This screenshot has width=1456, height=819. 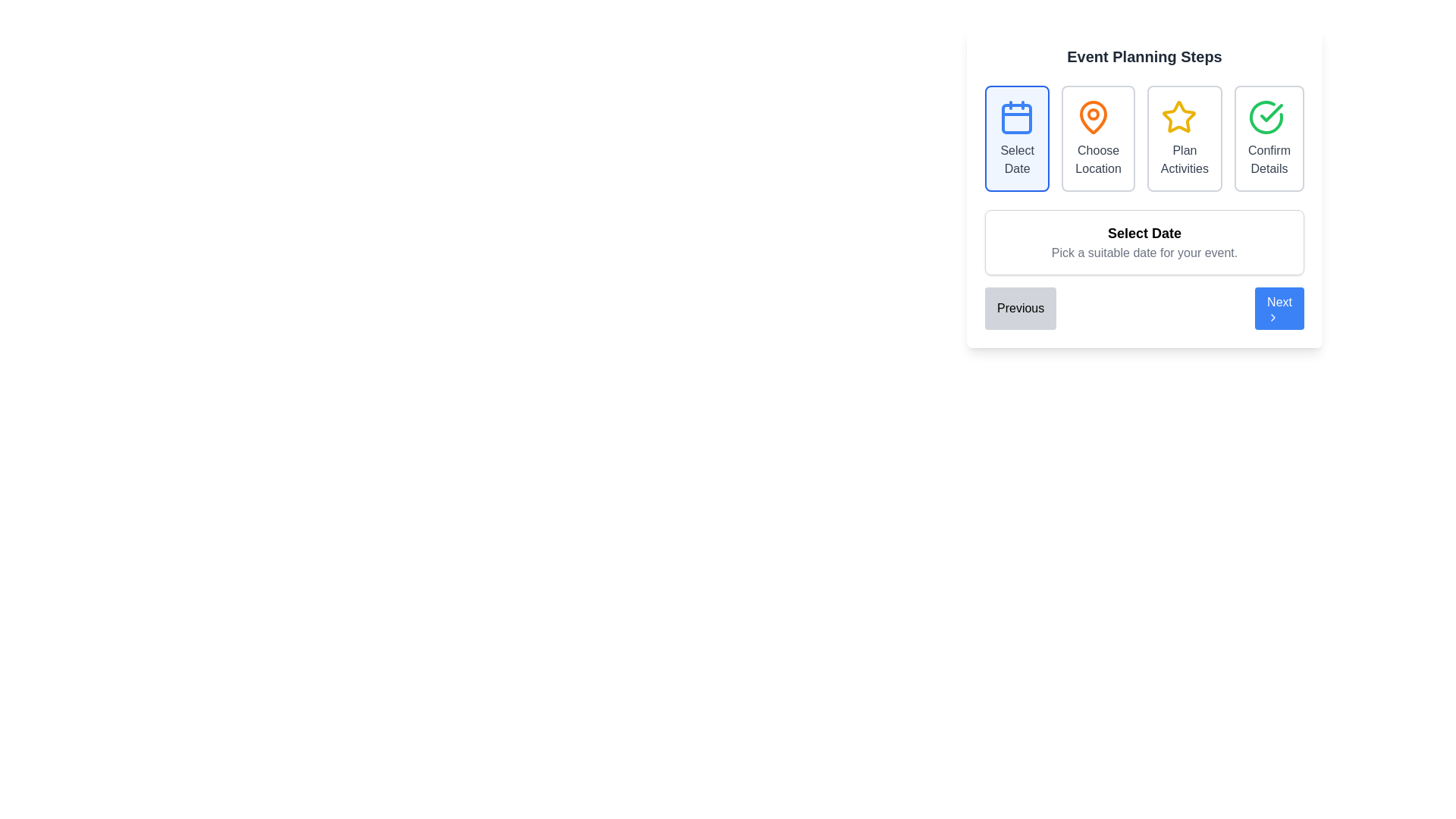 What do you see at coordinates (1266, 116) in the screenshot?
I see `the circular green checkmark icon located at the top right of the 'Event Planning Steps' interface to interact with the step` at bounding box center [1266, 116].